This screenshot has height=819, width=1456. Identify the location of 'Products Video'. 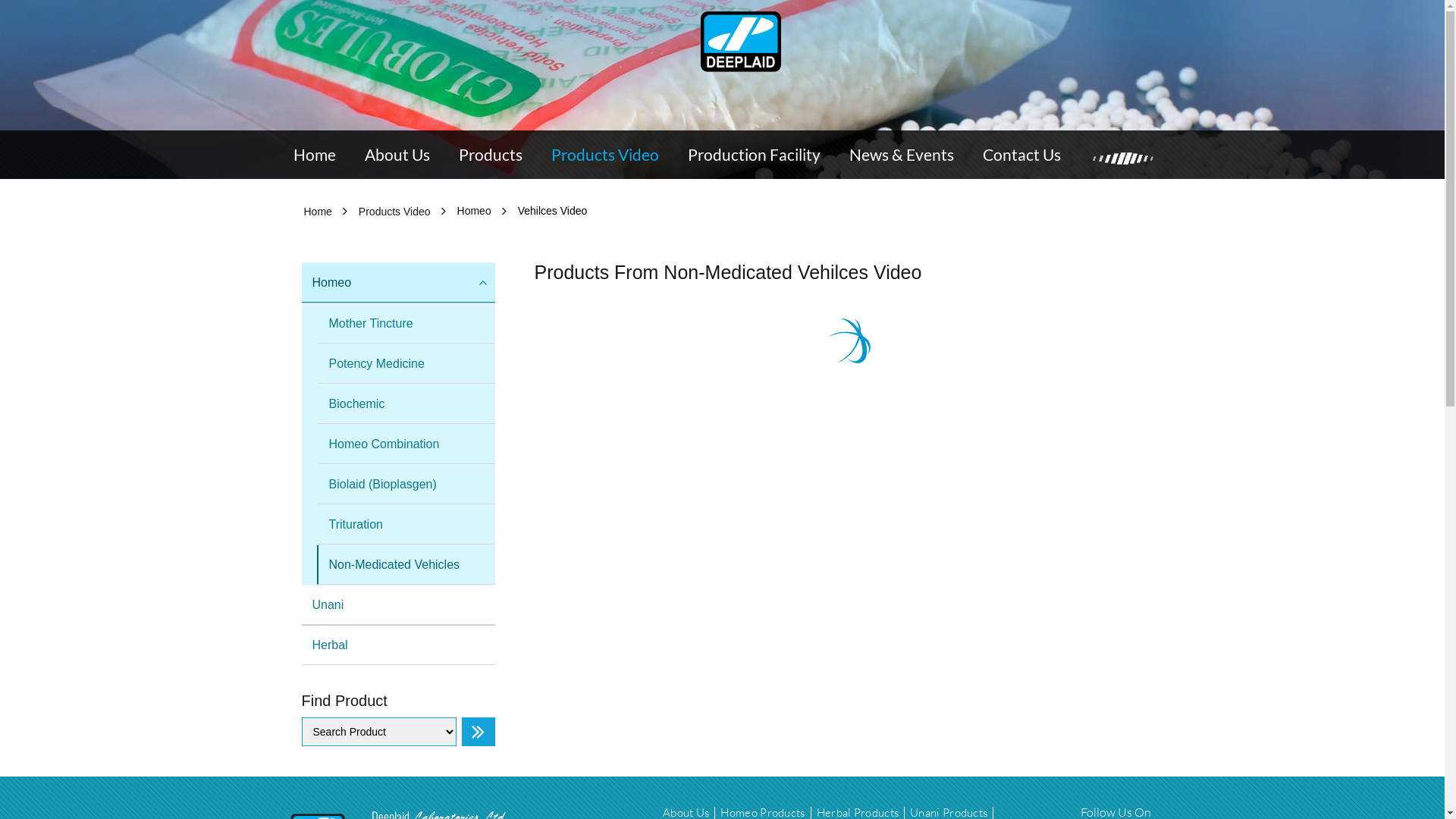
(603, 155).